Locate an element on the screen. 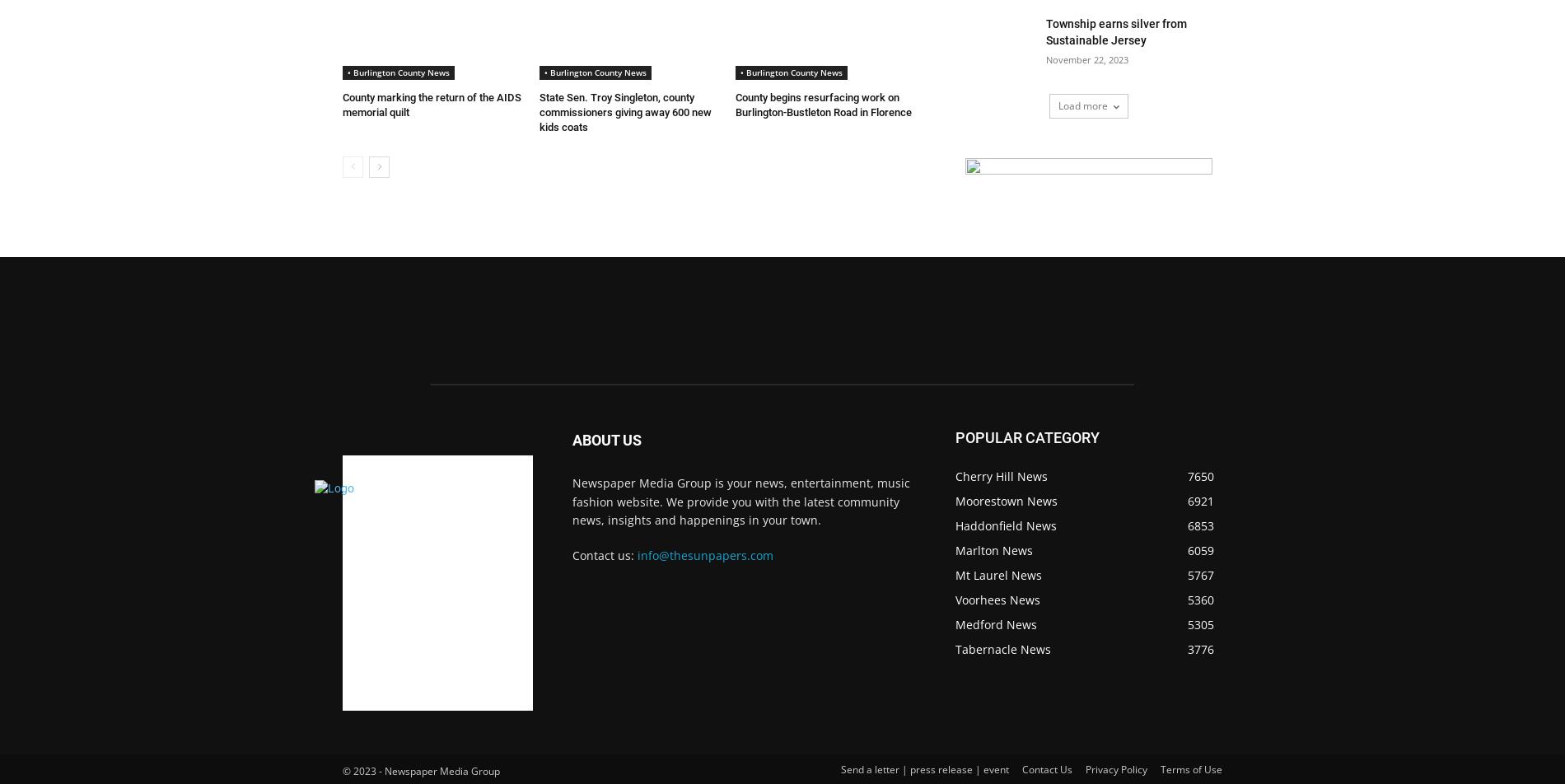  'POPULAR CATEGORY' is located at coordinates (1026, 437).